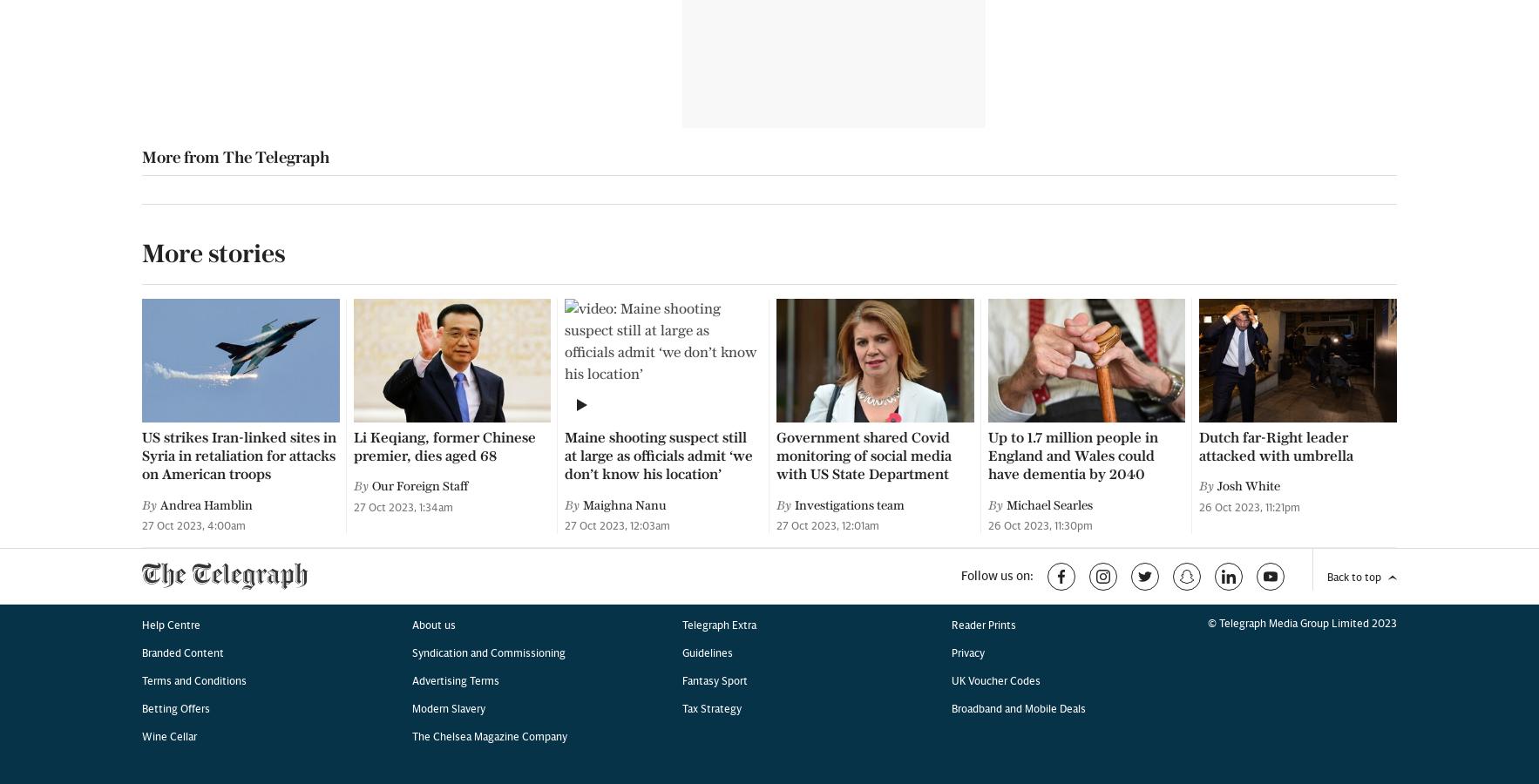  I want to click on 'Tax Strategy', so click(711, 141).